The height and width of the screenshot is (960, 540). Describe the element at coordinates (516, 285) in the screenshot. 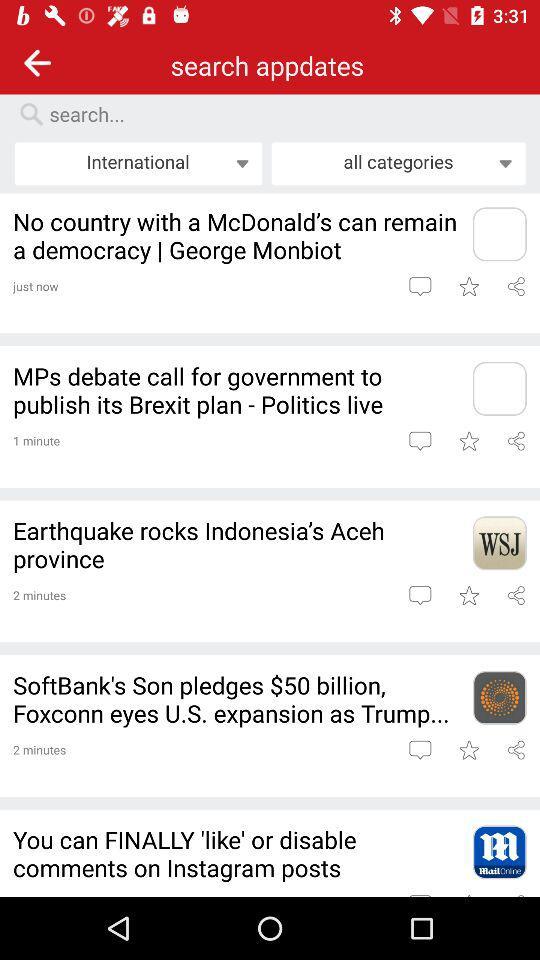

I see `share the first article` at that location.